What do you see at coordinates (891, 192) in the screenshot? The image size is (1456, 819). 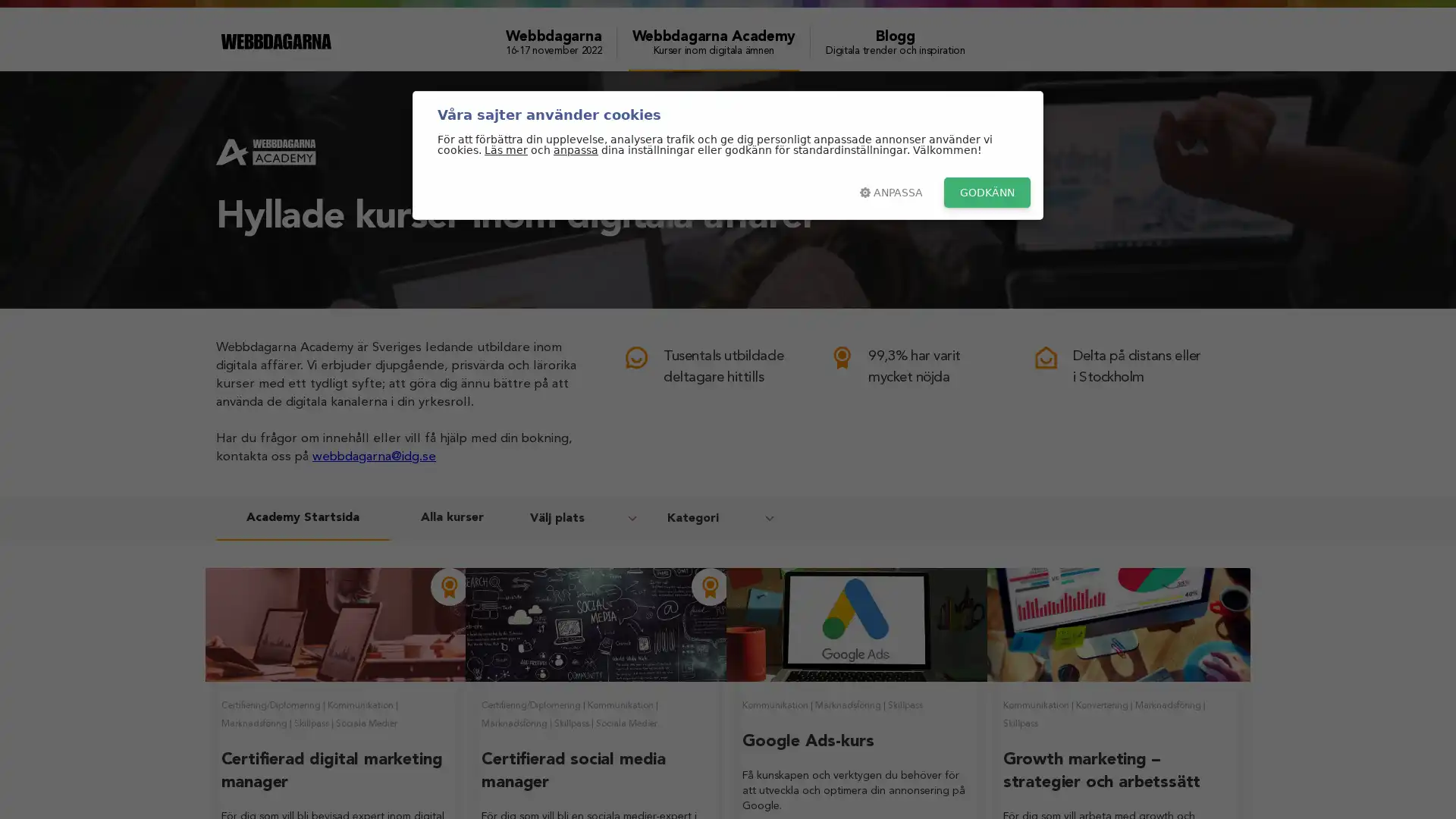 I see `INSTALLNINGAR:ANPASSA` at bounding box center [891, 192].